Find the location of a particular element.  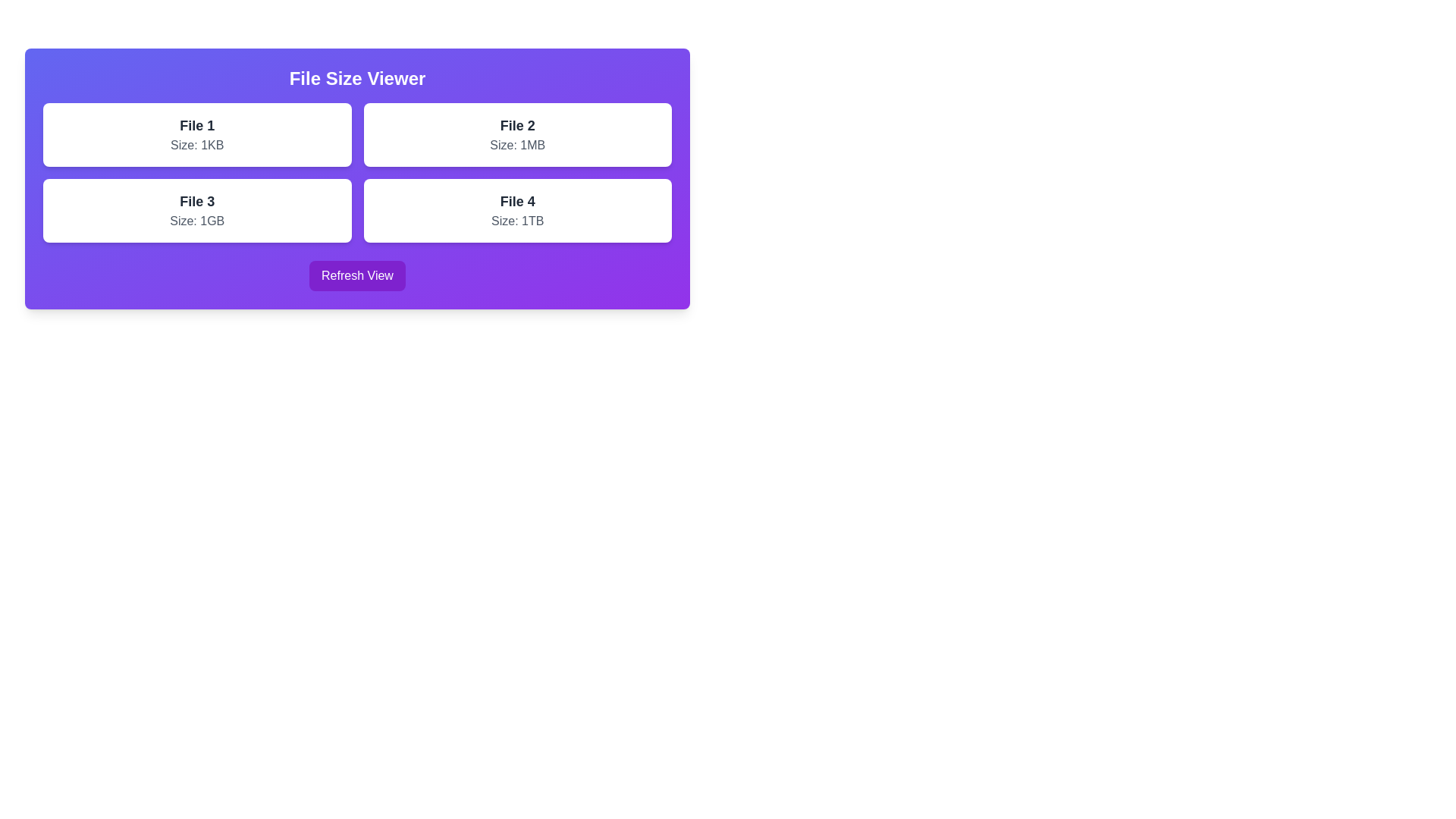

displayed information from the Information card featuring 'File 2' and 'Size: 1MB', located in the top-right corner of the grid layout is located at coordinates (517, 133).